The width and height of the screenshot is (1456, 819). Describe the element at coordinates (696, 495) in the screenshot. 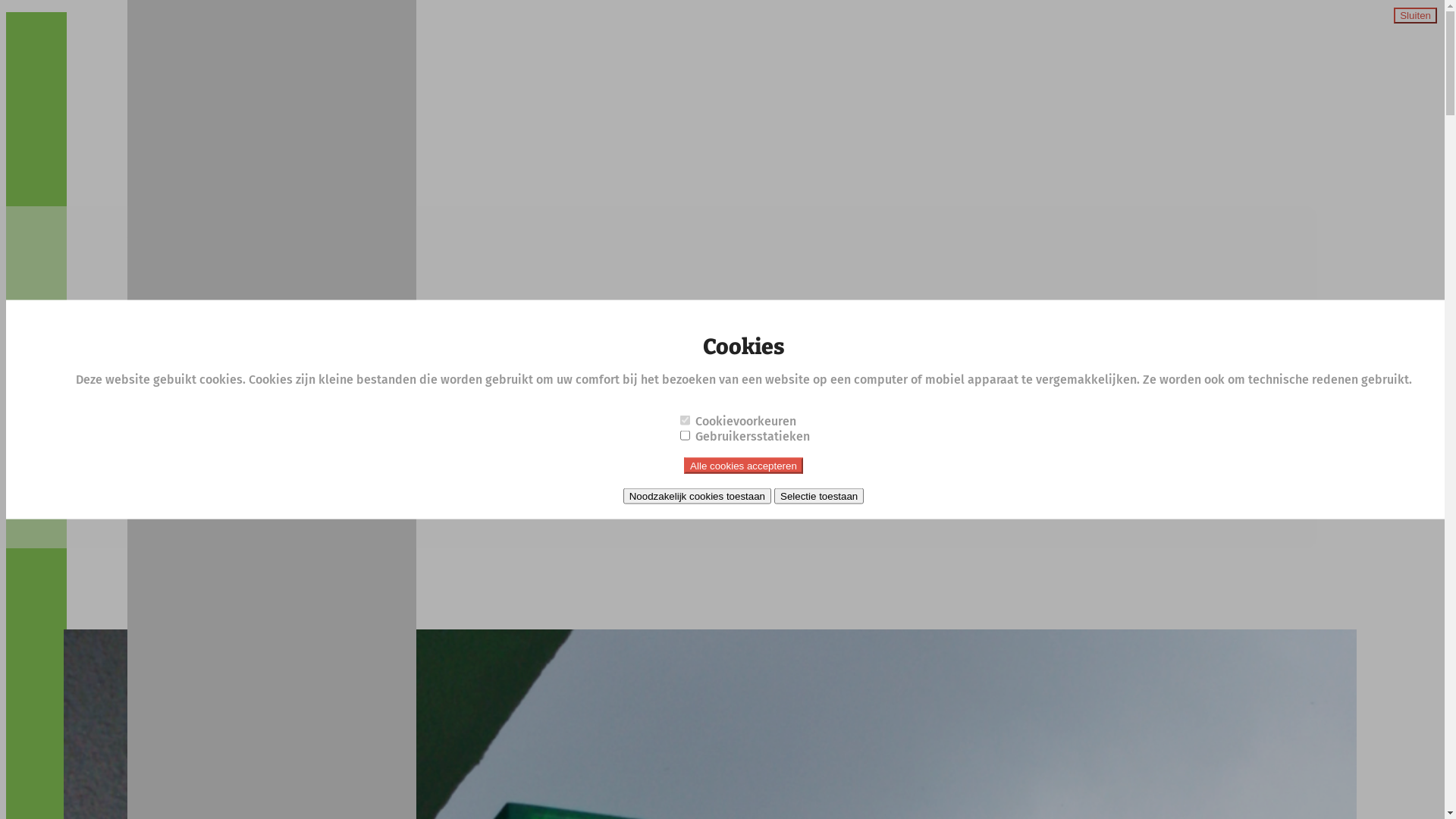

I see `'Noodzakelijk cookies toestaan'` at that location.